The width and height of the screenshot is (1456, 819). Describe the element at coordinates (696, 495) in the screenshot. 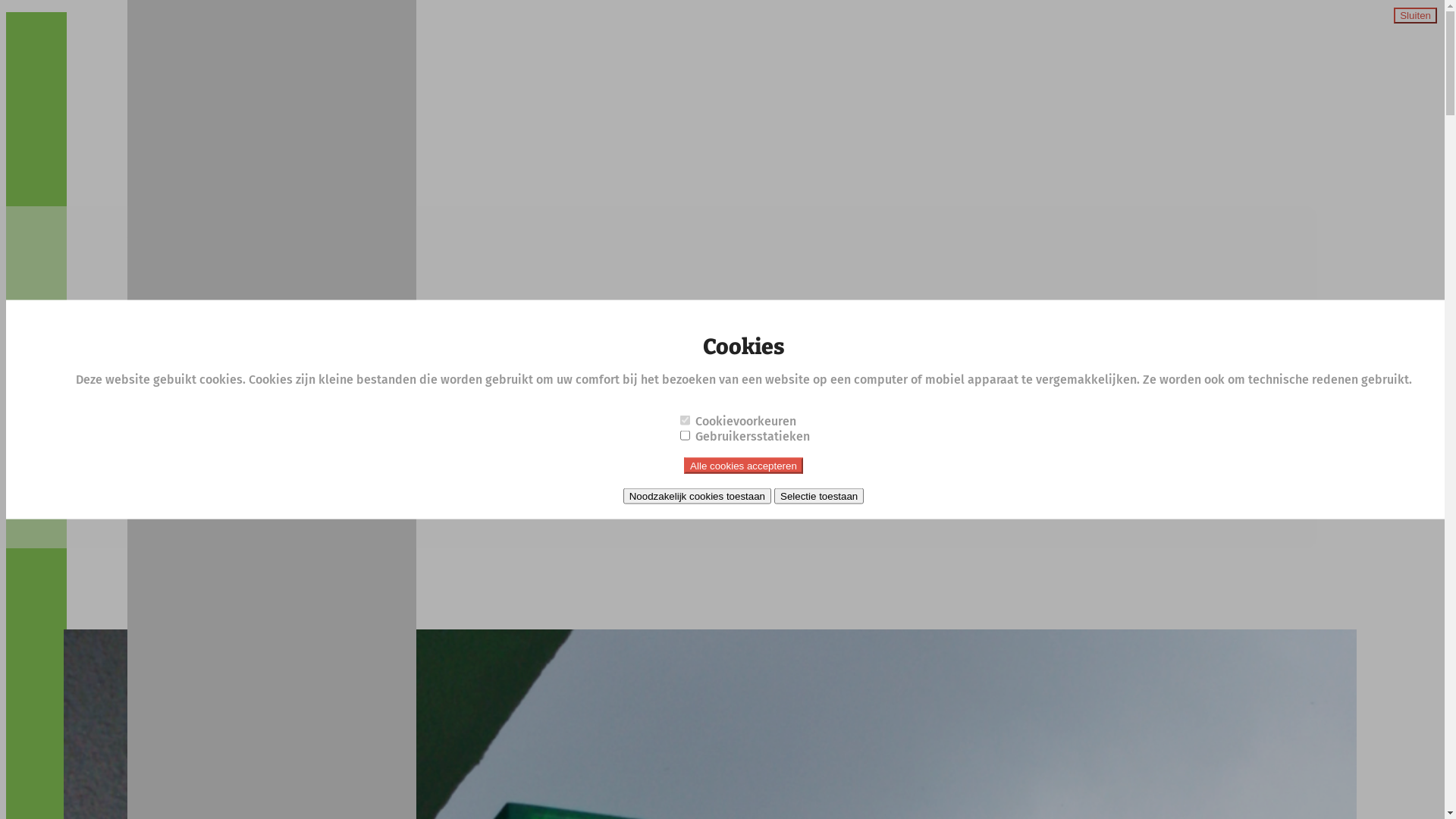

I see `'Noodzakelijk cookies toestaan'` at that location.